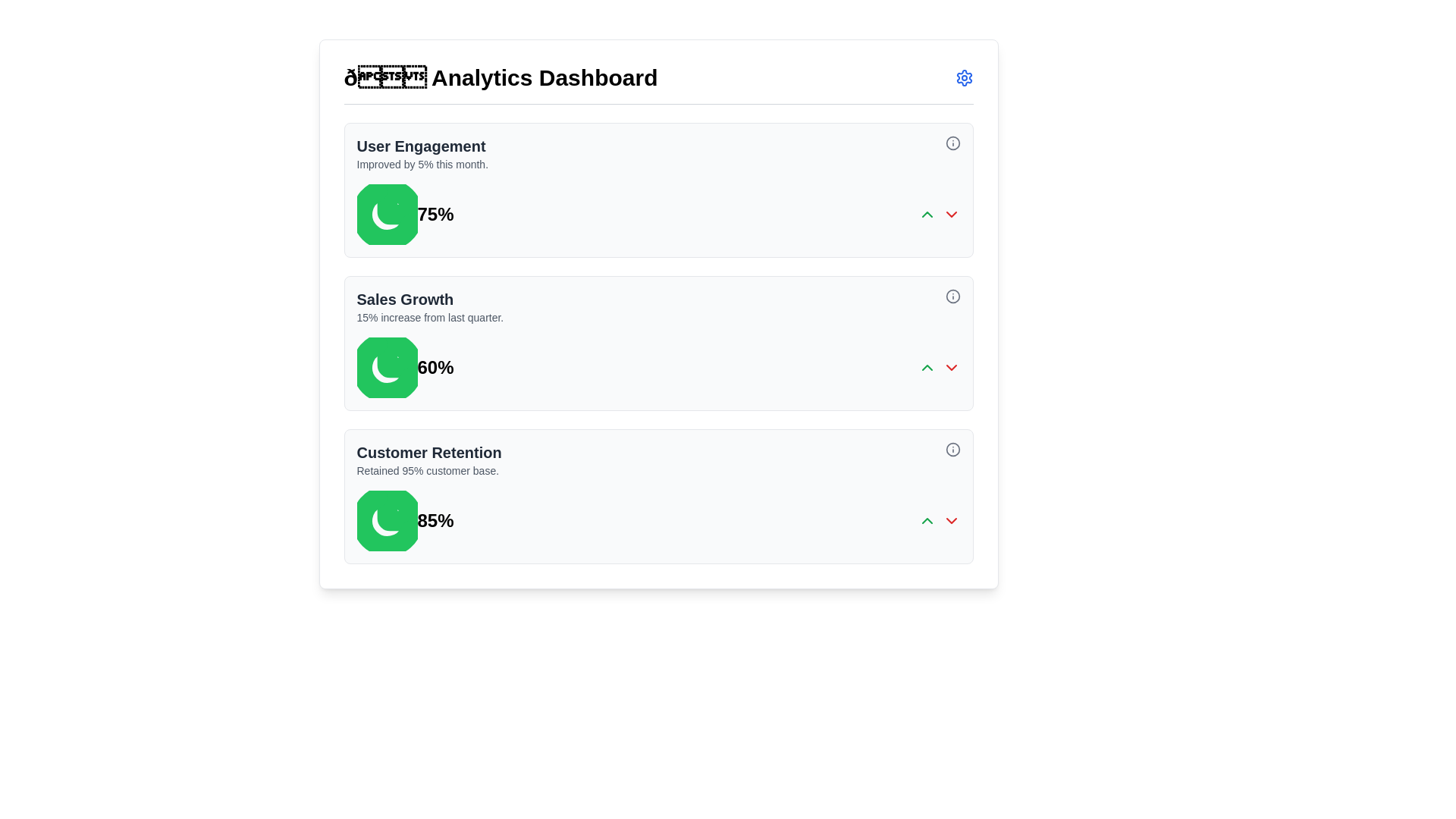 The height and width of the screenshot is (819, 1456). Describe the element at coordinates (422, 164) in the screenshot. I see `the text element reading 'Improved by 5% this month.' which is styled with a smaller font size and gray color, located below the title 'User Engagement' in the first section of the dashboard` at that location.